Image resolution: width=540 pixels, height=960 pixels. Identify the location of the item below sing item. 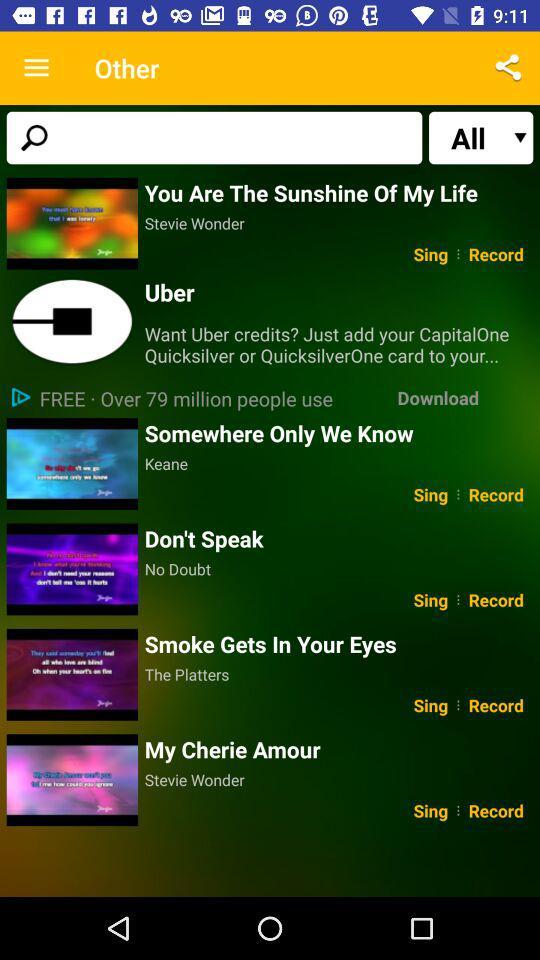
(338, 748).